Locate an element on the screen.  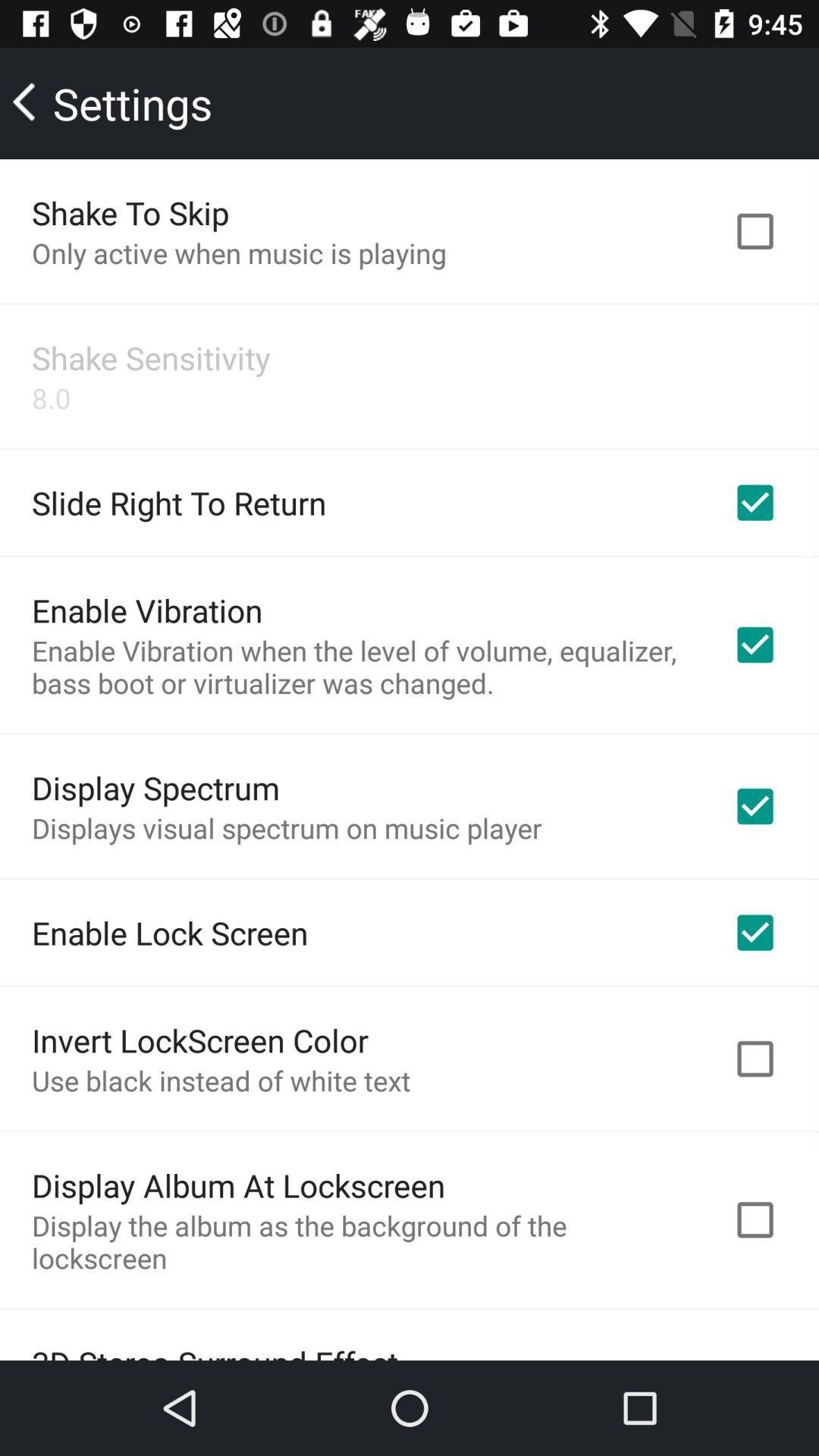
icon below enable vibration when icon is located at coordinates (155, 787).